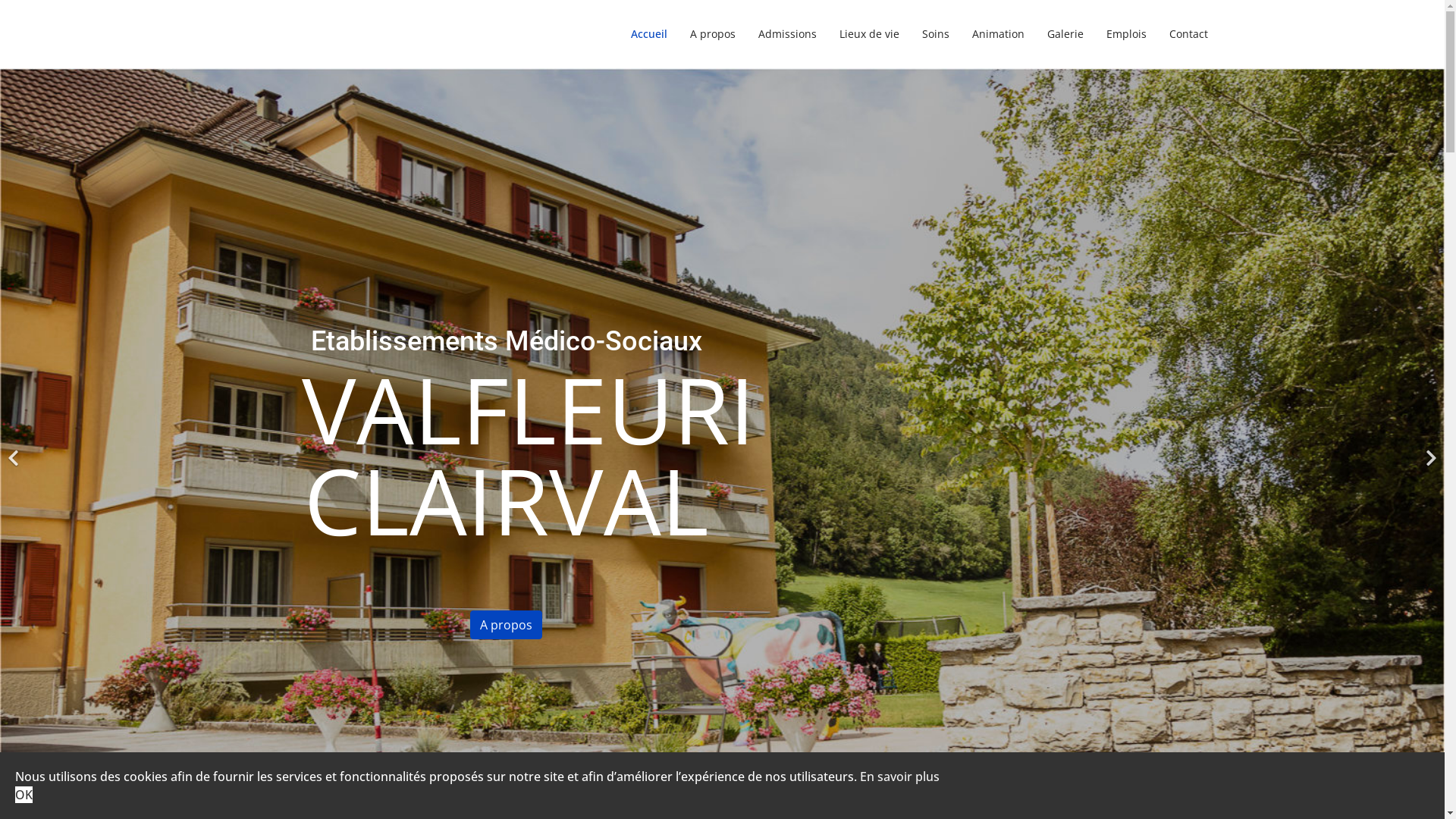 This screenshot has width=1456, height=819. What do you see at coordinates (786, 34) in the screenshot?
I see `'Admissions'` at bounding box center [786, 34].